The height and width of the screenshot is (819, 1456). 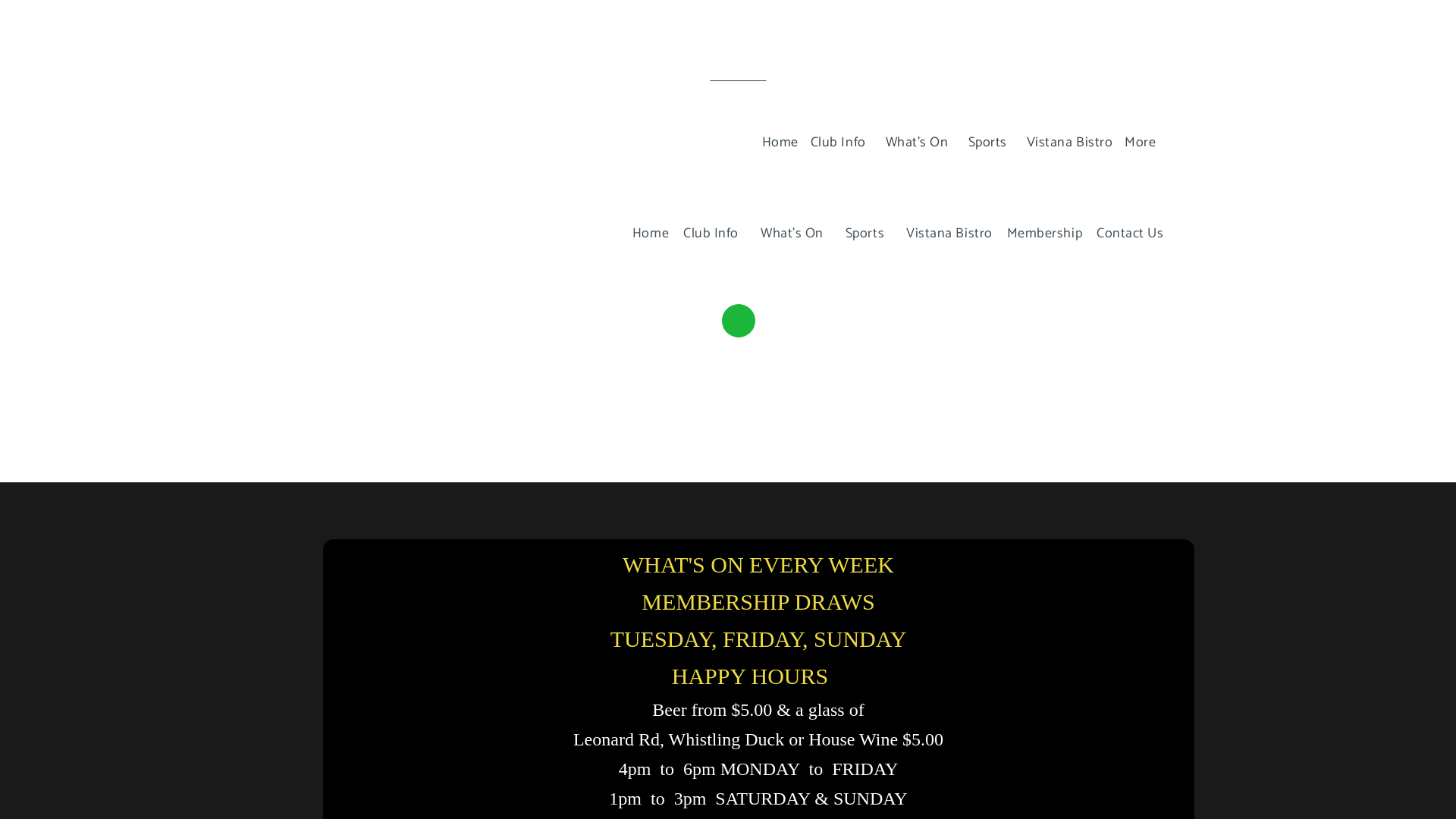 I want to click on 'Contact Us', so click(x=1122, y=234).